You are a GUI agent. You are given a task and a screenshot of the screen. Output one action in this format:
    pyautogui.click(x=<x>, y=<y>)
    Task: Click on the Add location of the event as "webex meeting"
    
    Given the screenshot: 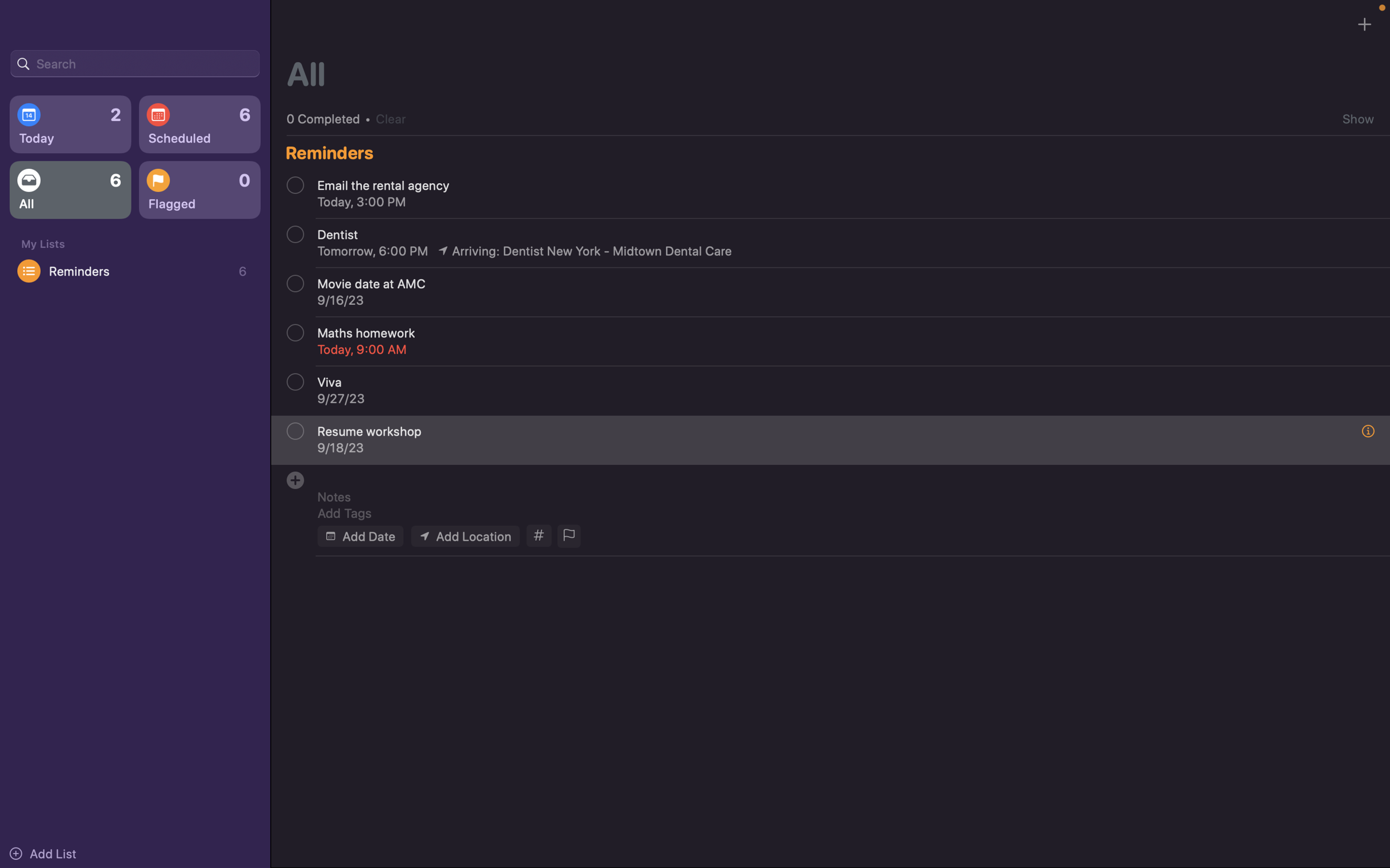 What is the action you would take?
    pyautogui.click(x=464, y=535)
    